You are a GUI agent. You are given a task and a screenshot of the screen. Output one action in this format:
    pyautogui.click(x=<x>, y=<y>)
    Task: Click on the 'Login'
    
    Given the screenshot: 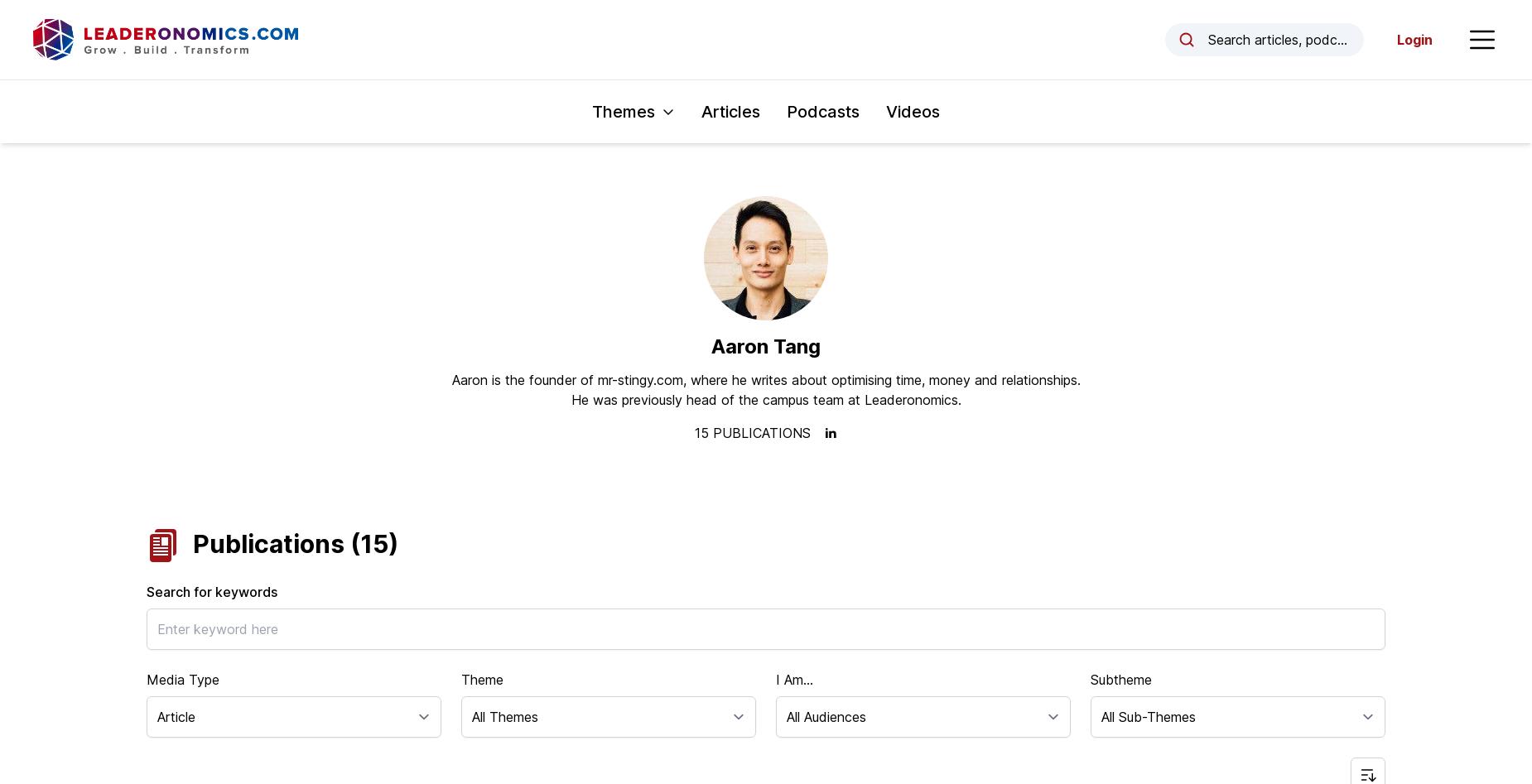 What is the action you would take?
    pyautogui.click(x=1414, y=40)
    